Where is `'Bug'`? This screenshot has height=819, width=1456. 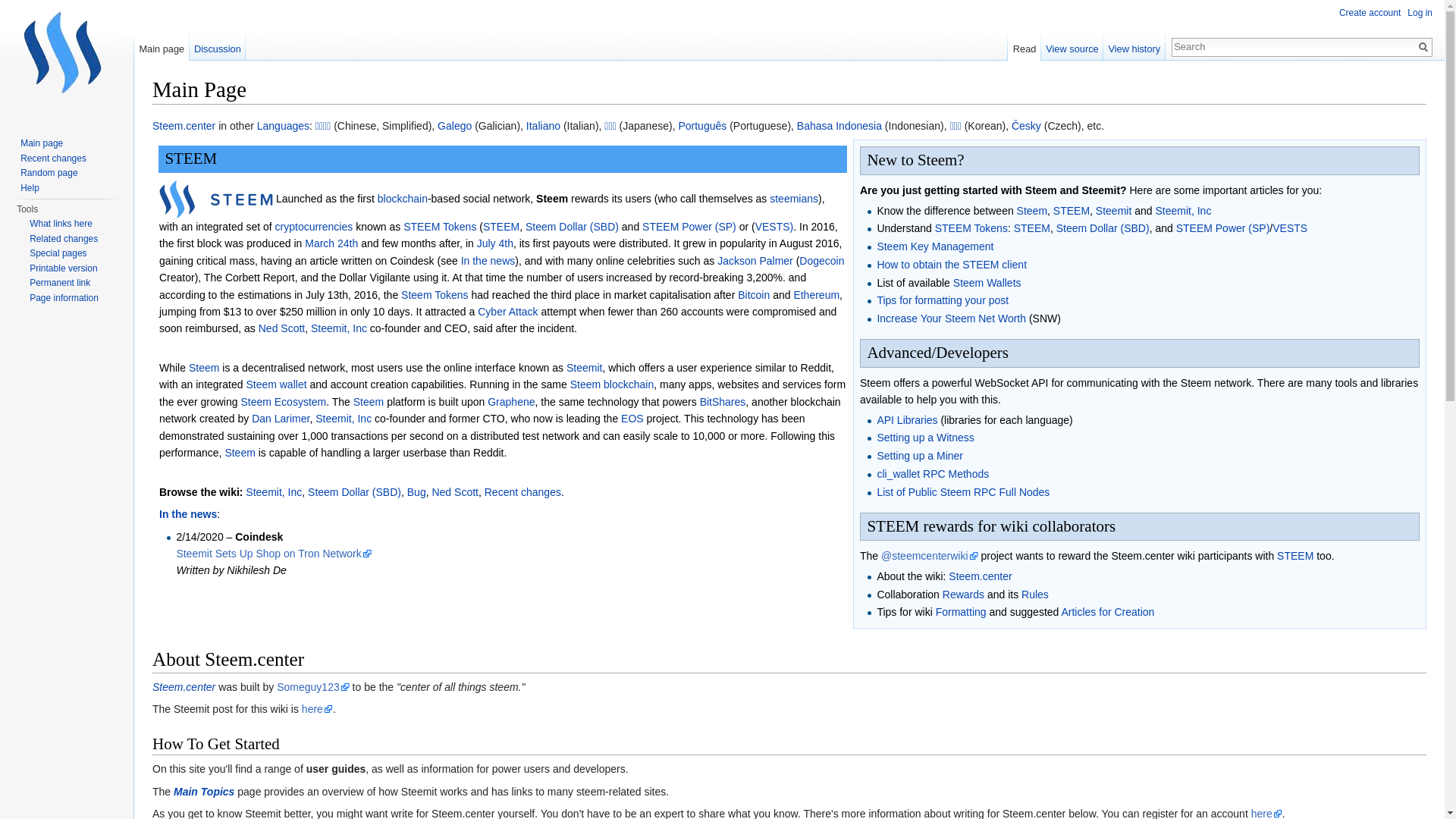
'Bug' is located at coordinates (407, 491).